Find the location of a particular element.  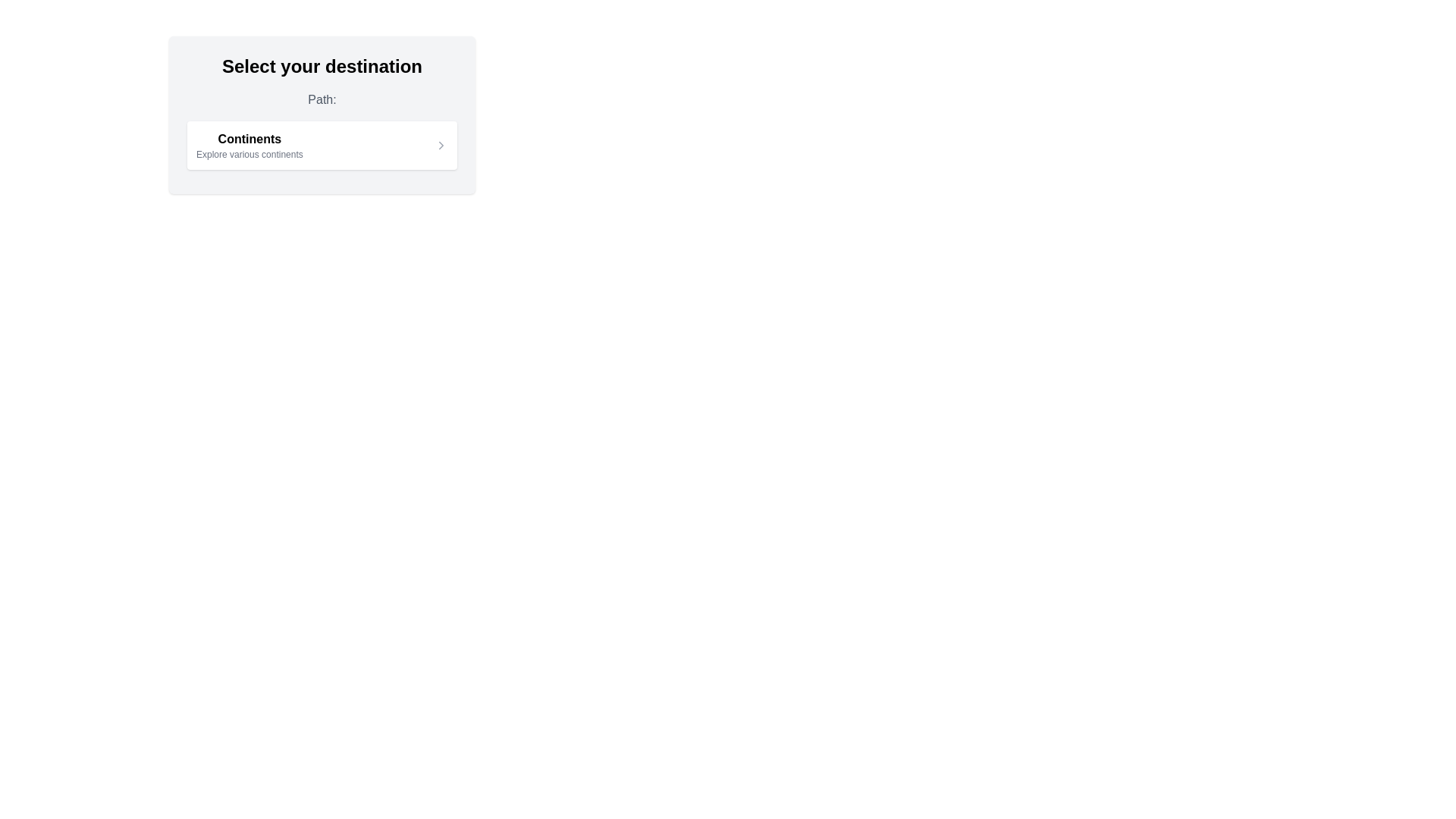

the text element that contains the phrase 'Explore various continents', which is styled with a small font size and gray color, located below the bold title 'Continents' within a white rectangular card is located at coordinates (249, 155).